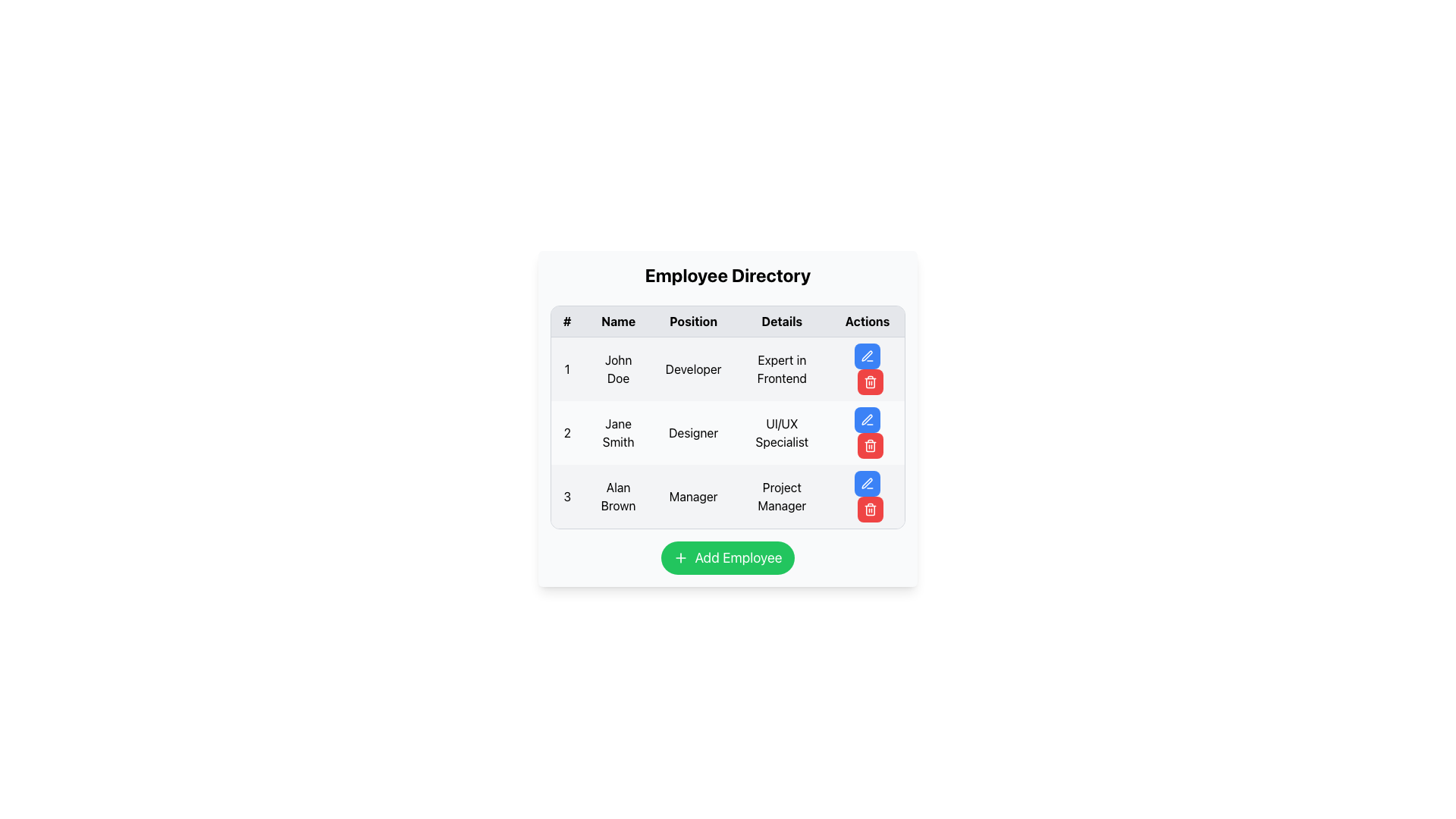 The image size is (1456, 819). Describe the element at coordinates (868, 356) in the screenshot. I see `the edit action button located in the 'Actions' column of the first row in the employee table to initiate the edit process` at that location.